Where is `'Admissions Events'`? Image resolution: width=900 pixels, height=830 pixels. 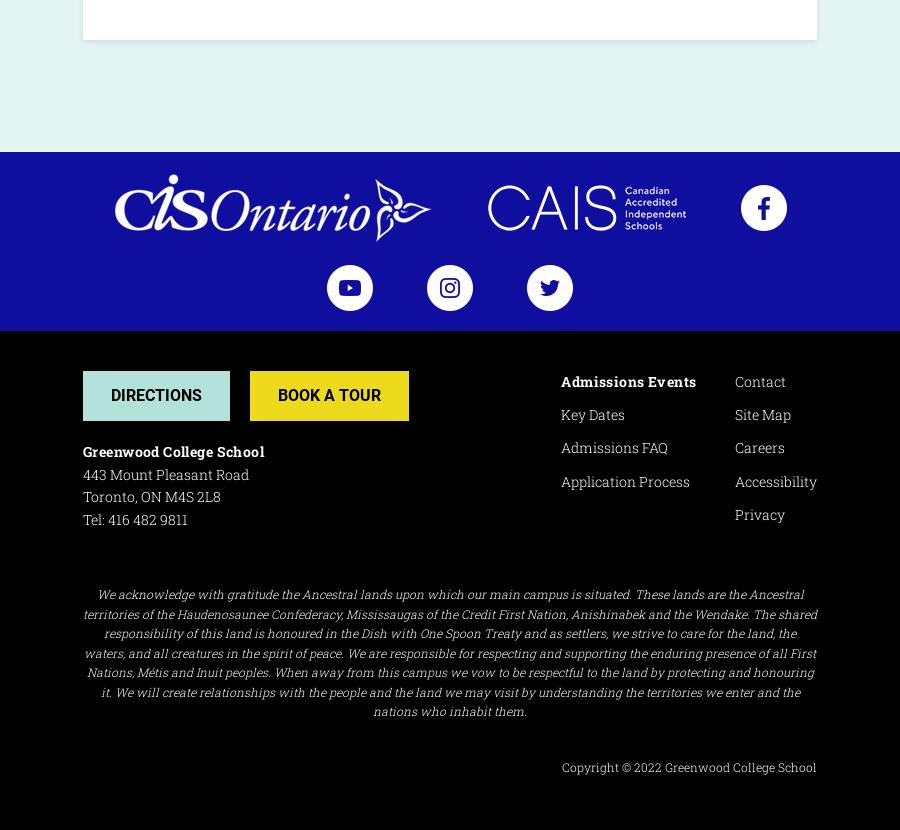
'Admissions Events' is located at coordinates (628, 379).